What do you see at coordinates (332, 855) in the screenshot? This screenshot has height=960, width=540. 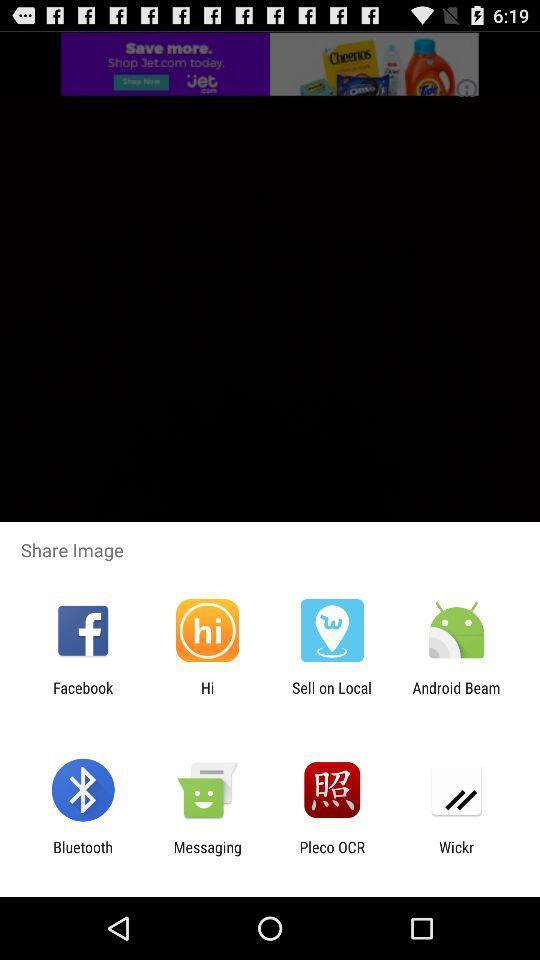 I see `pleco ocr icon` at bounding box center [332, 855].